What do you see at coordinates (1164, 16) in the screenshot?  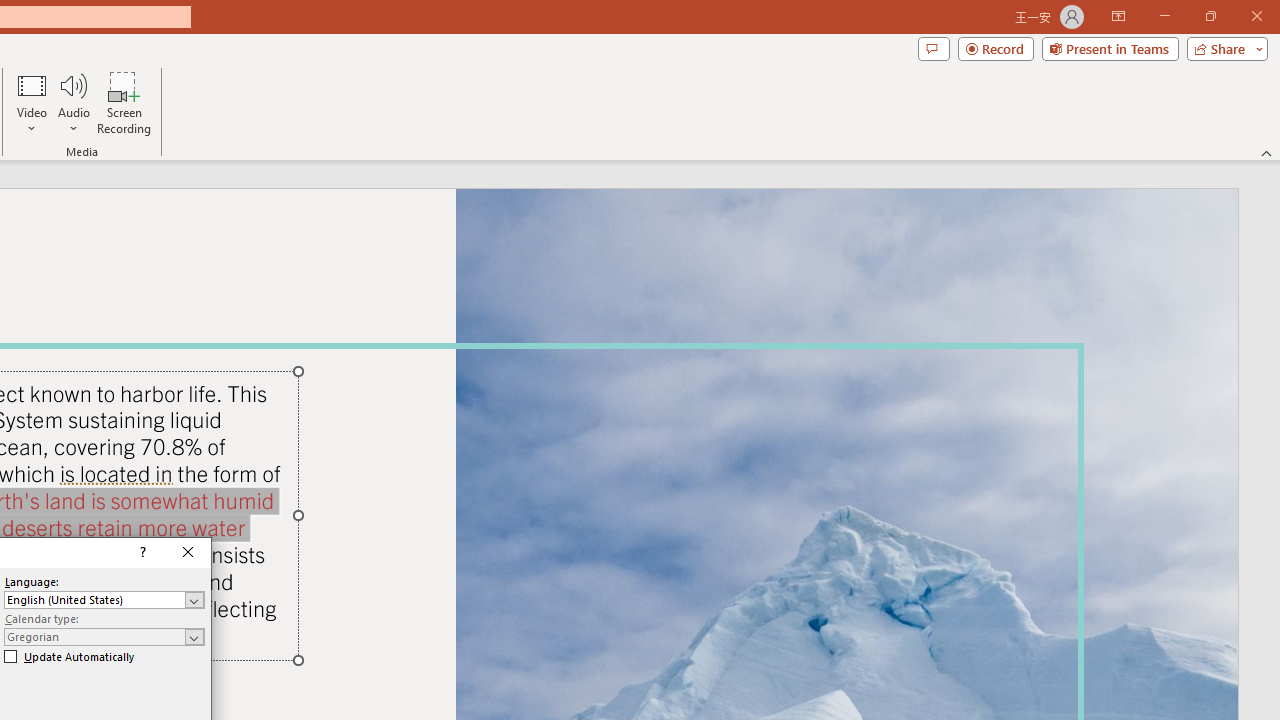 I see `'Minimize'` at bounding box center [1164, 16].